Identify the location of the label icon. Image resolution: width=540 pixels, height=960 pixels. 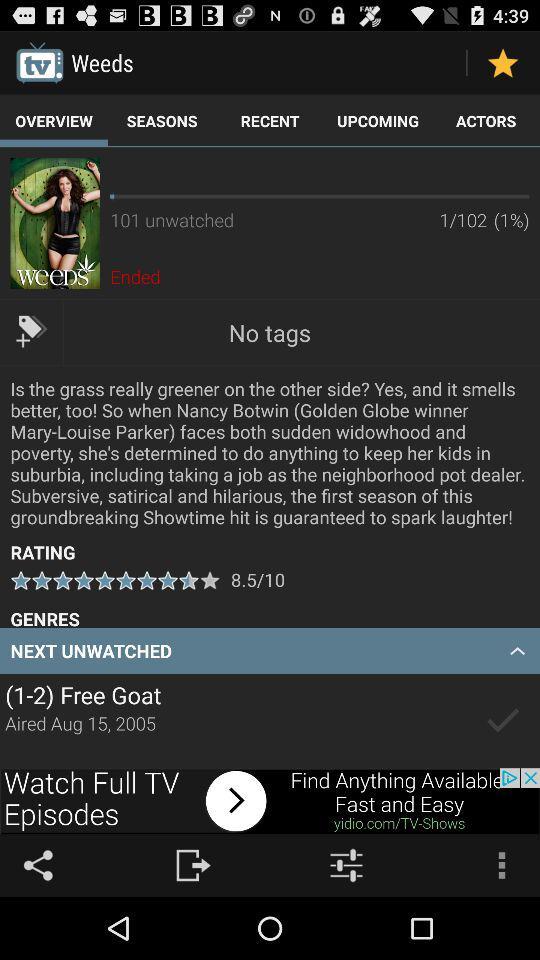
(30, 354).